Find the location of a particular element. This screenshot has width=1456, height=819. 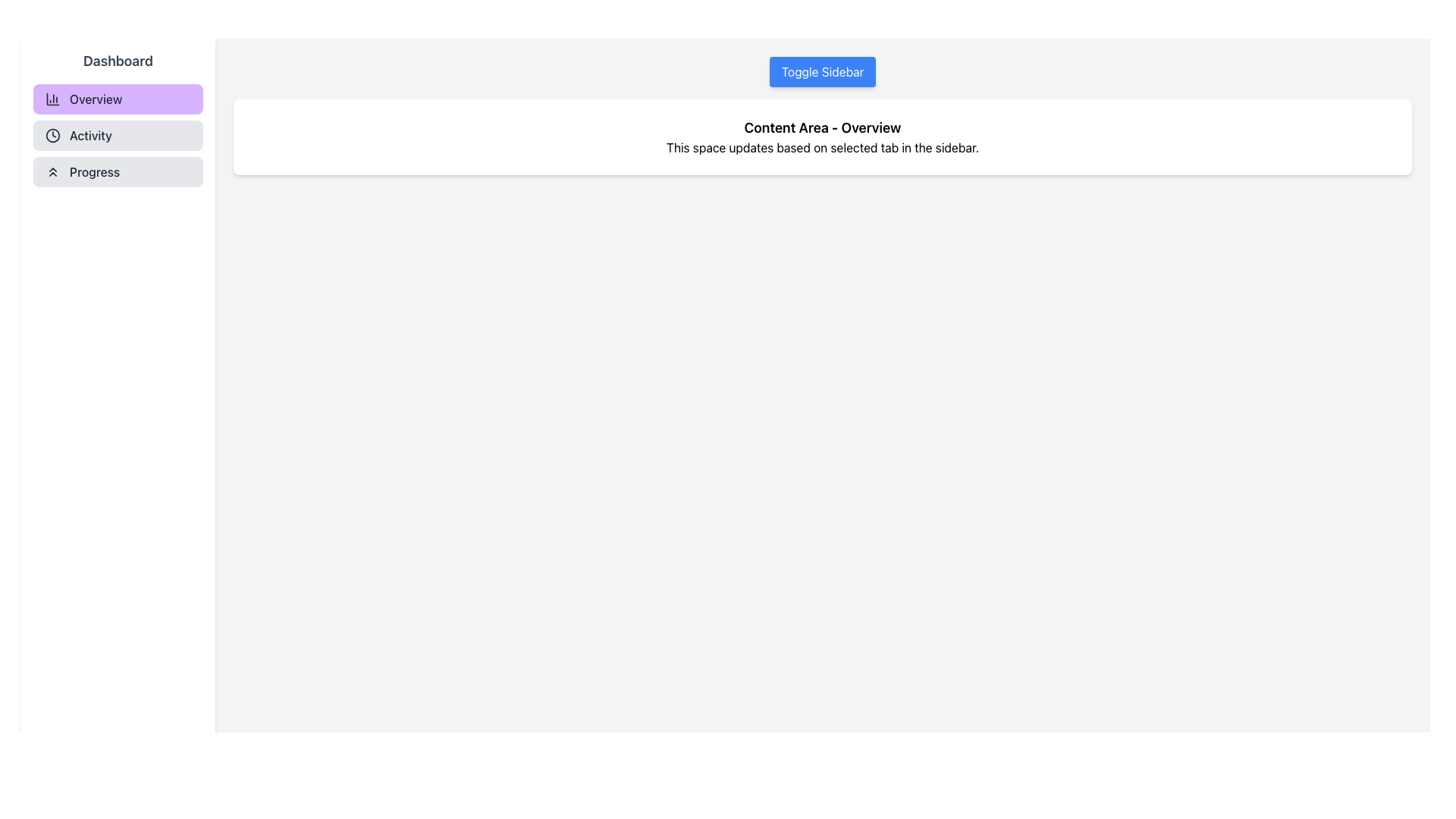

the textual heading displaying 'Content Area - Overview', which is styled in bold and located in the upper section of the main content area is located at coordinates (821, 127).